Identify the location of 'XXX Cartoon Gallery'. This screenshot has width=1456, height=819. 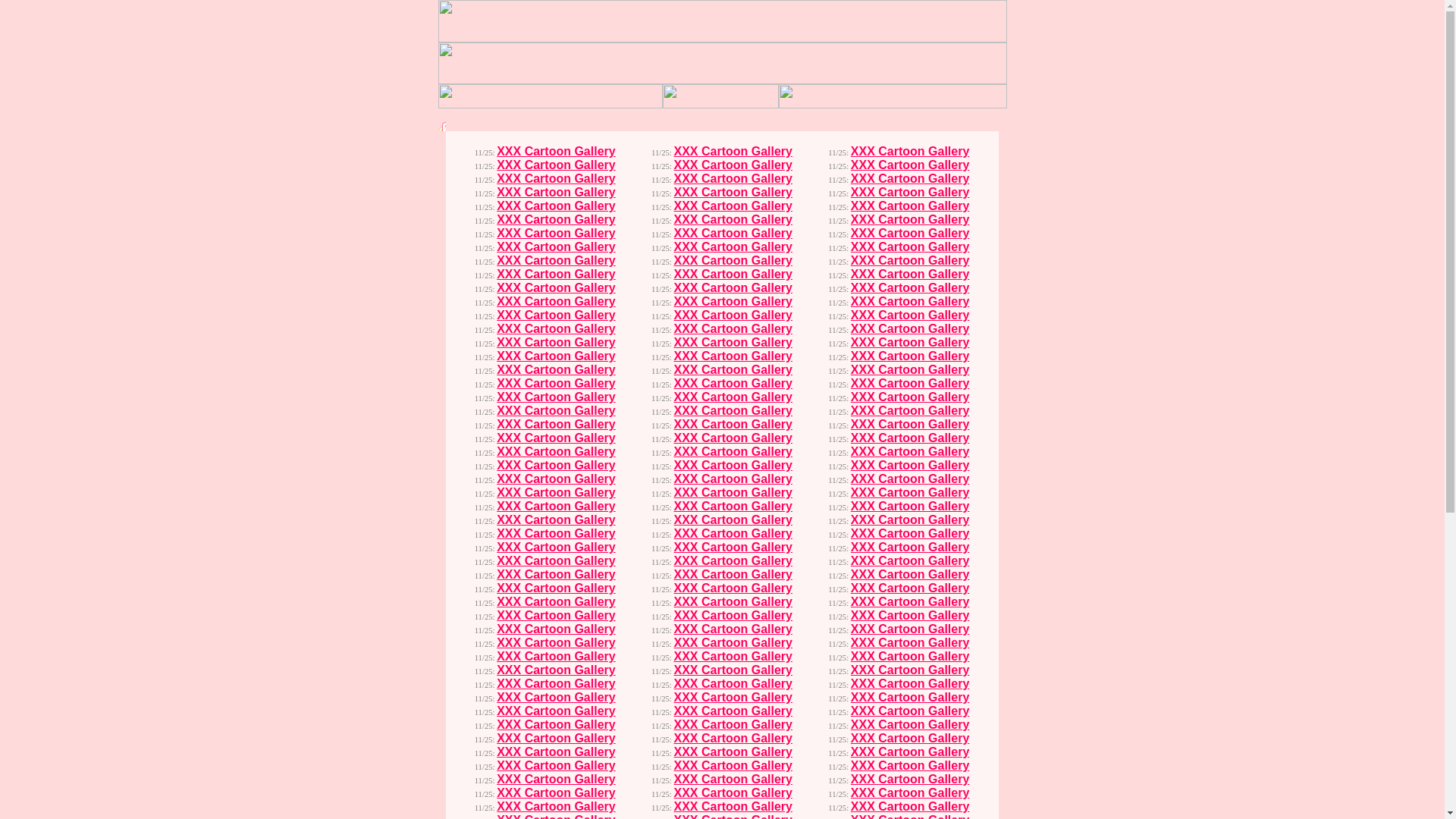
(496, 206).